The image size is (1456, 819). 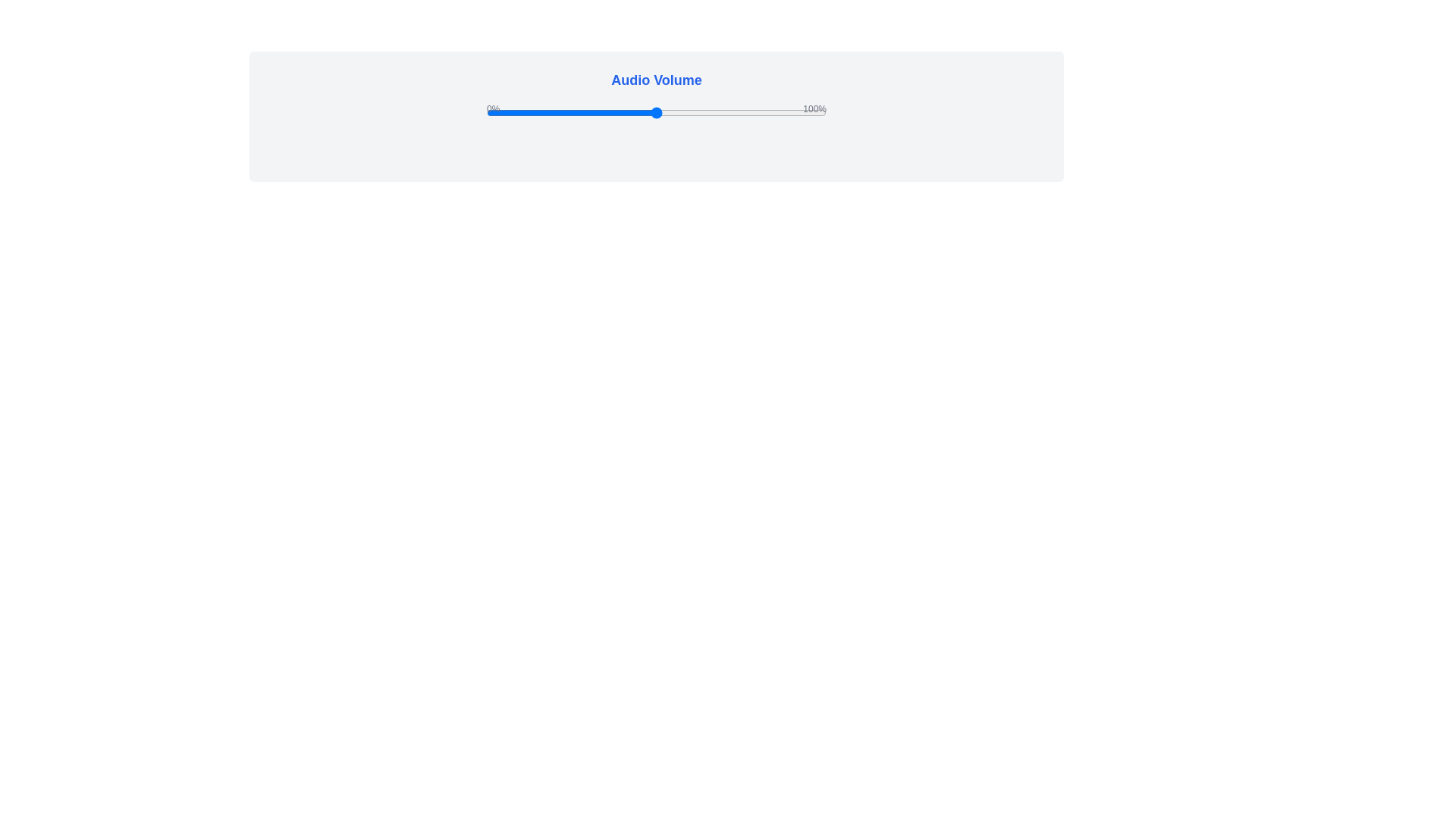 What do you see at coordinates (623, 112) in the screenshot?
I see `the volume` at bounding box center [623, 112].